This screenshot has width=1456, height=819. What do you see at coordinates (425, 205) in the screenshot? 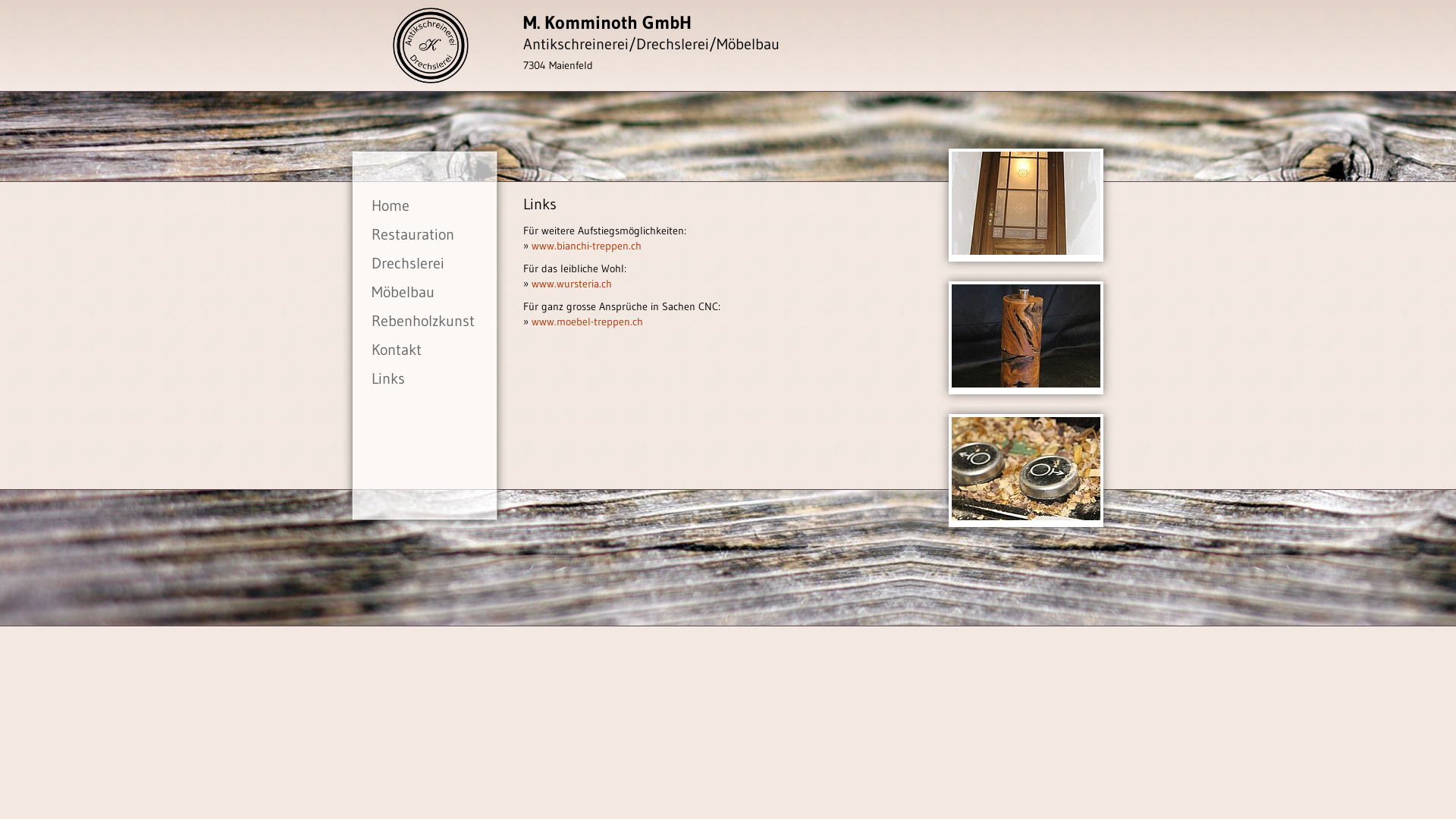
I see `'Home'` at bounding box center [425, 205].